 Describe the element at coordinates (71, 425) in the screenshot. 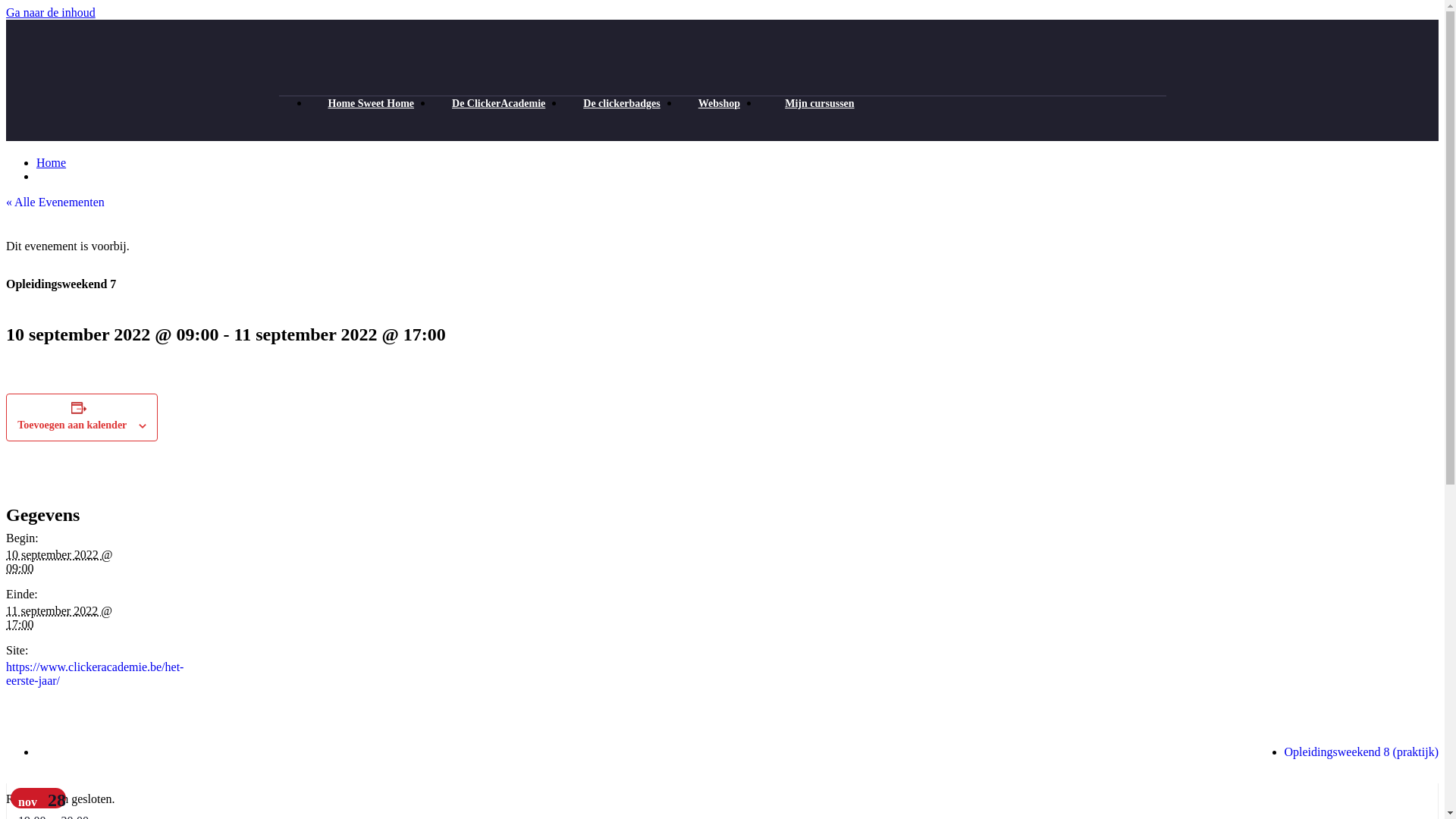

I see `'Toevoegen aan kalender'` at that location.